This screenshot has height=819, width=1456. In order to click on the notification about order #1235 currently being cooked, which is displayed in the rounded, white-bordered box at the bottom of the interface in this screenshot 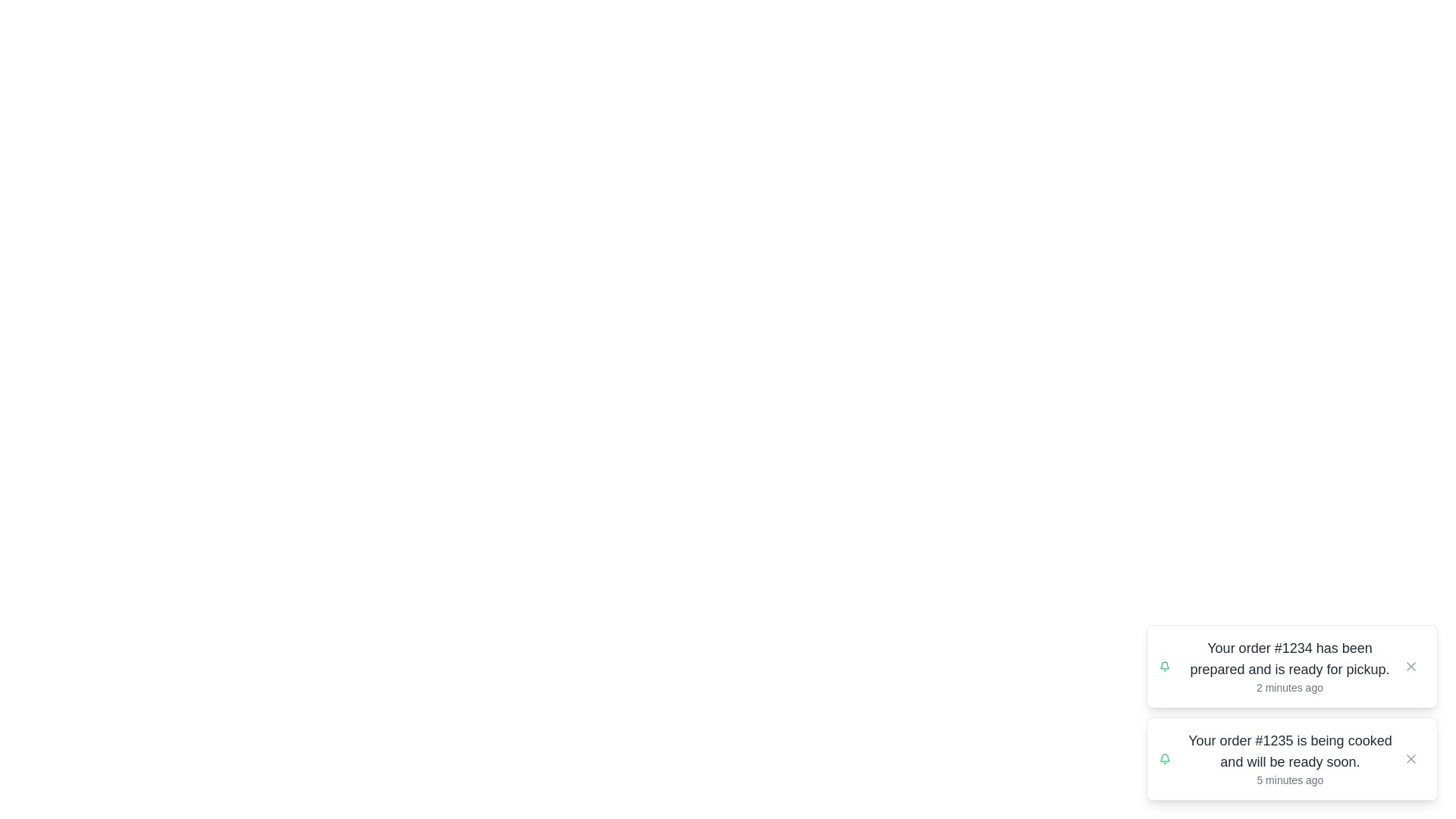, I will do `click(1288, 759)`.